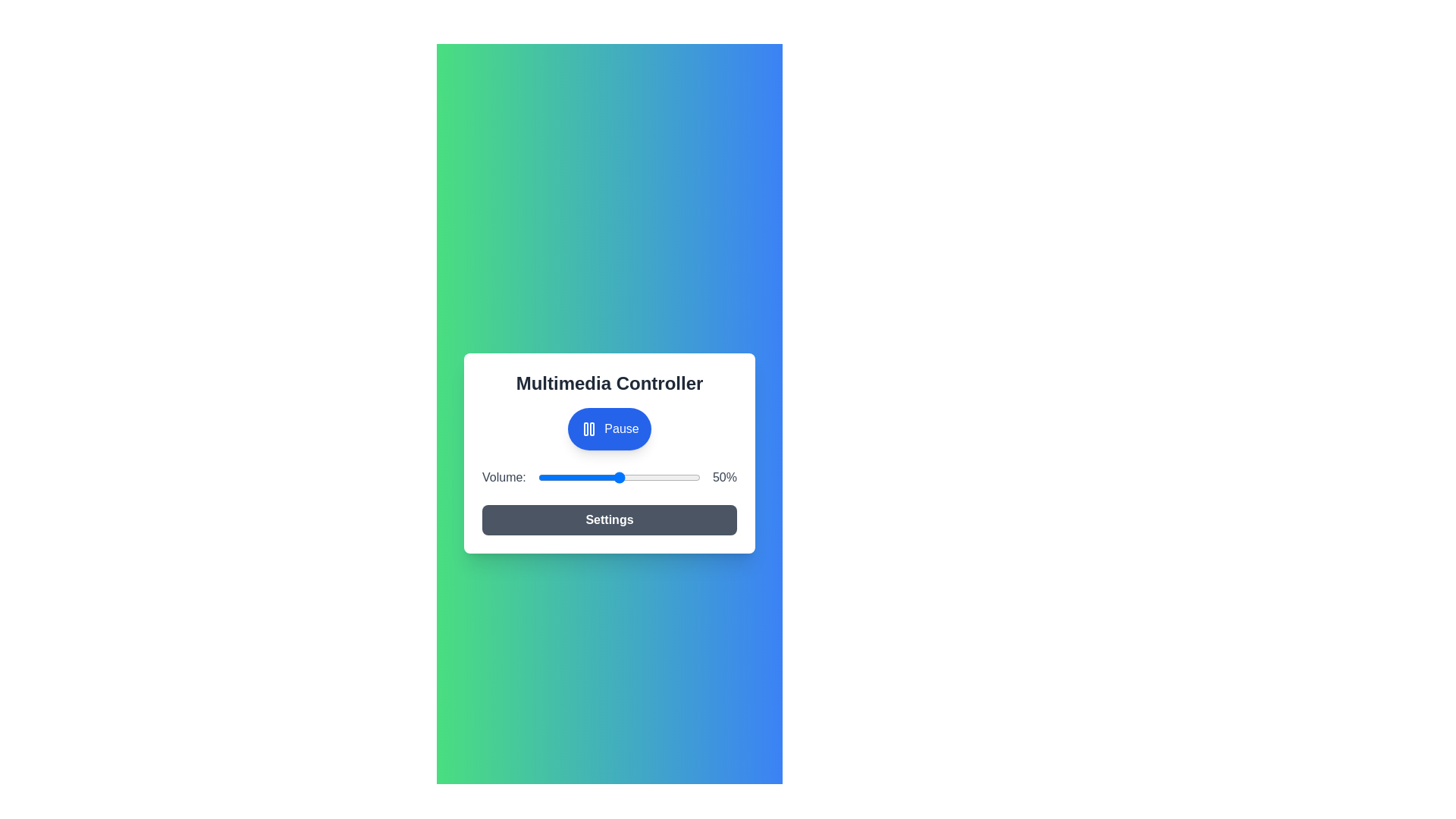  What do you see at coordinates (544, 476) in the screenshot?
I see `the volume` at bounding box center [544, 476].